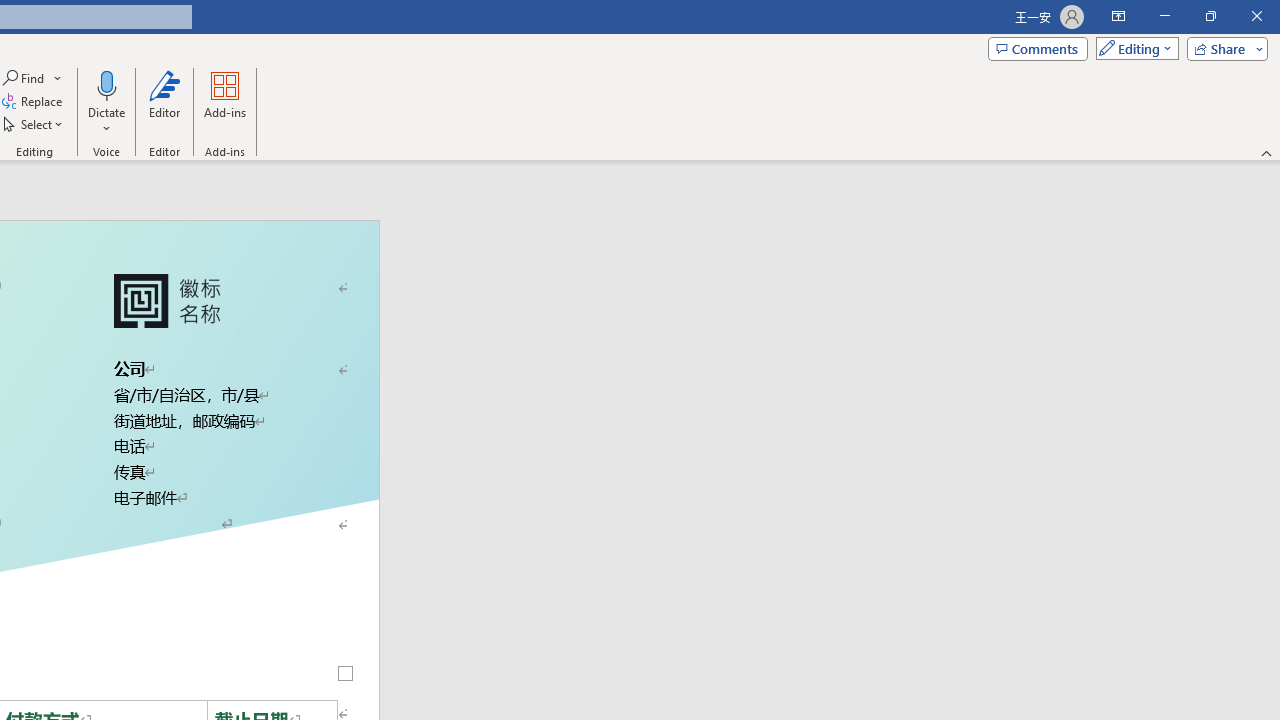 Image resolution: width=1280 pixels, height=720 pixels. I want to click on 'Minimize', so click(1164, 16).